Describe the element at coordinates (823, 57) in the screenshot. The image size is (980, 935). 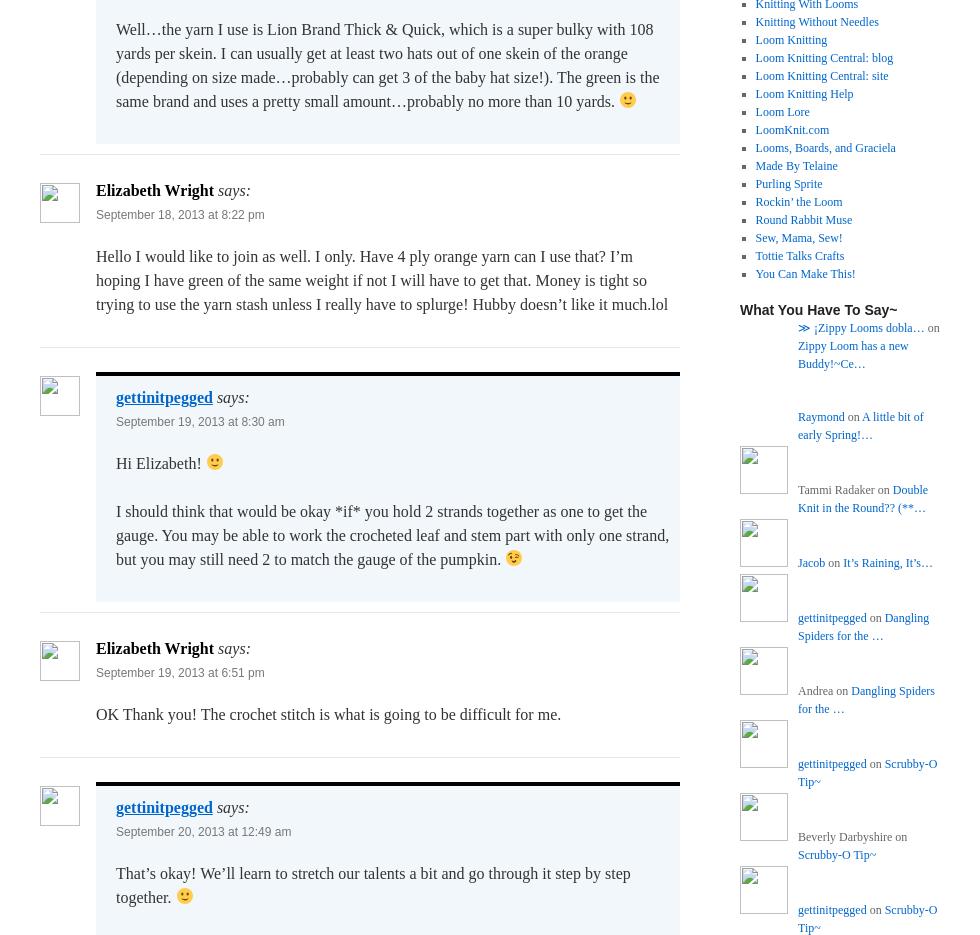
I see `'Loom Knitting Central: blog'` at that location.